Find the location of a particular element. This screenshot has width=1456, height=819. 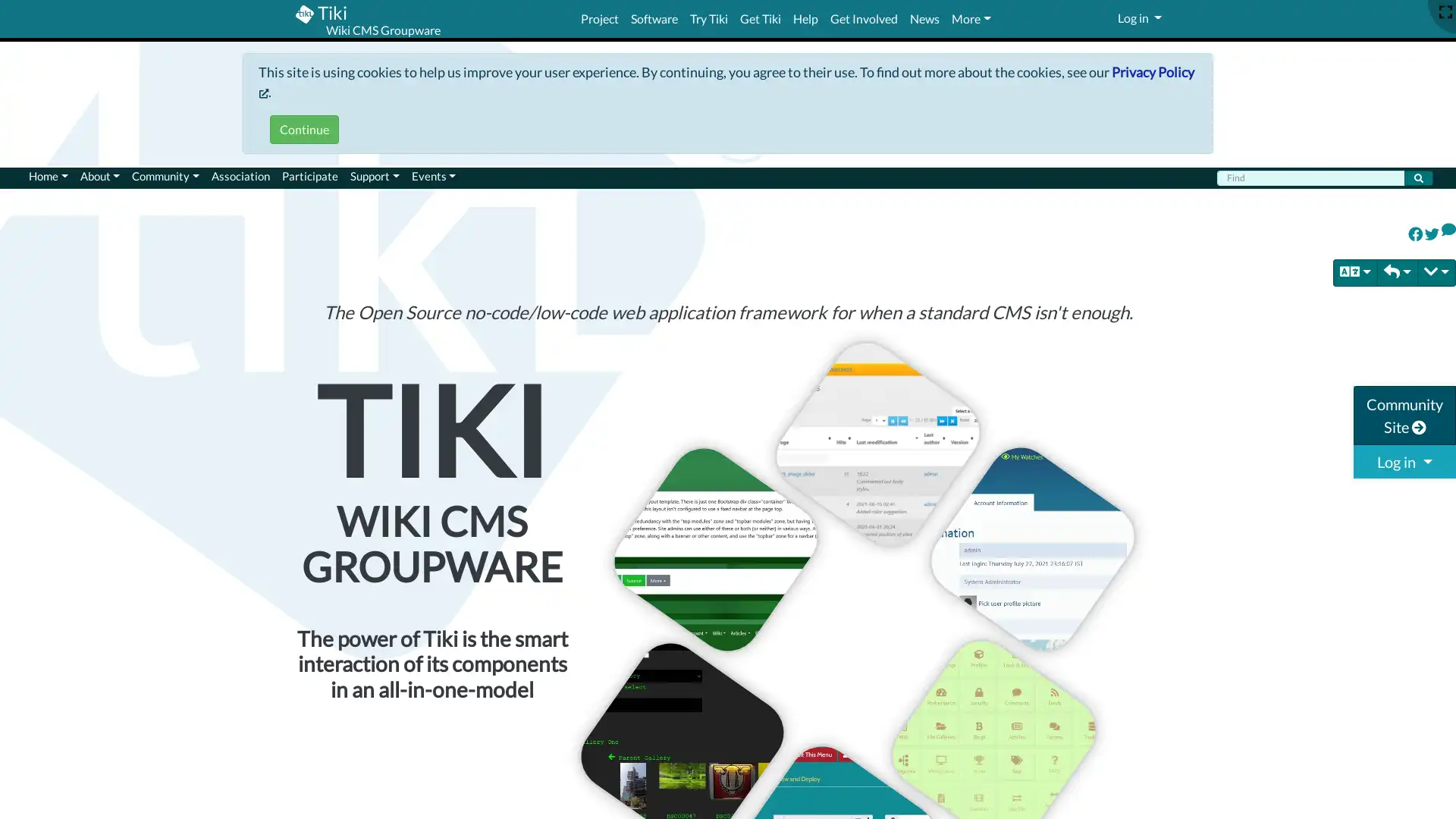

Log in is located at coordinates (1139, 17).